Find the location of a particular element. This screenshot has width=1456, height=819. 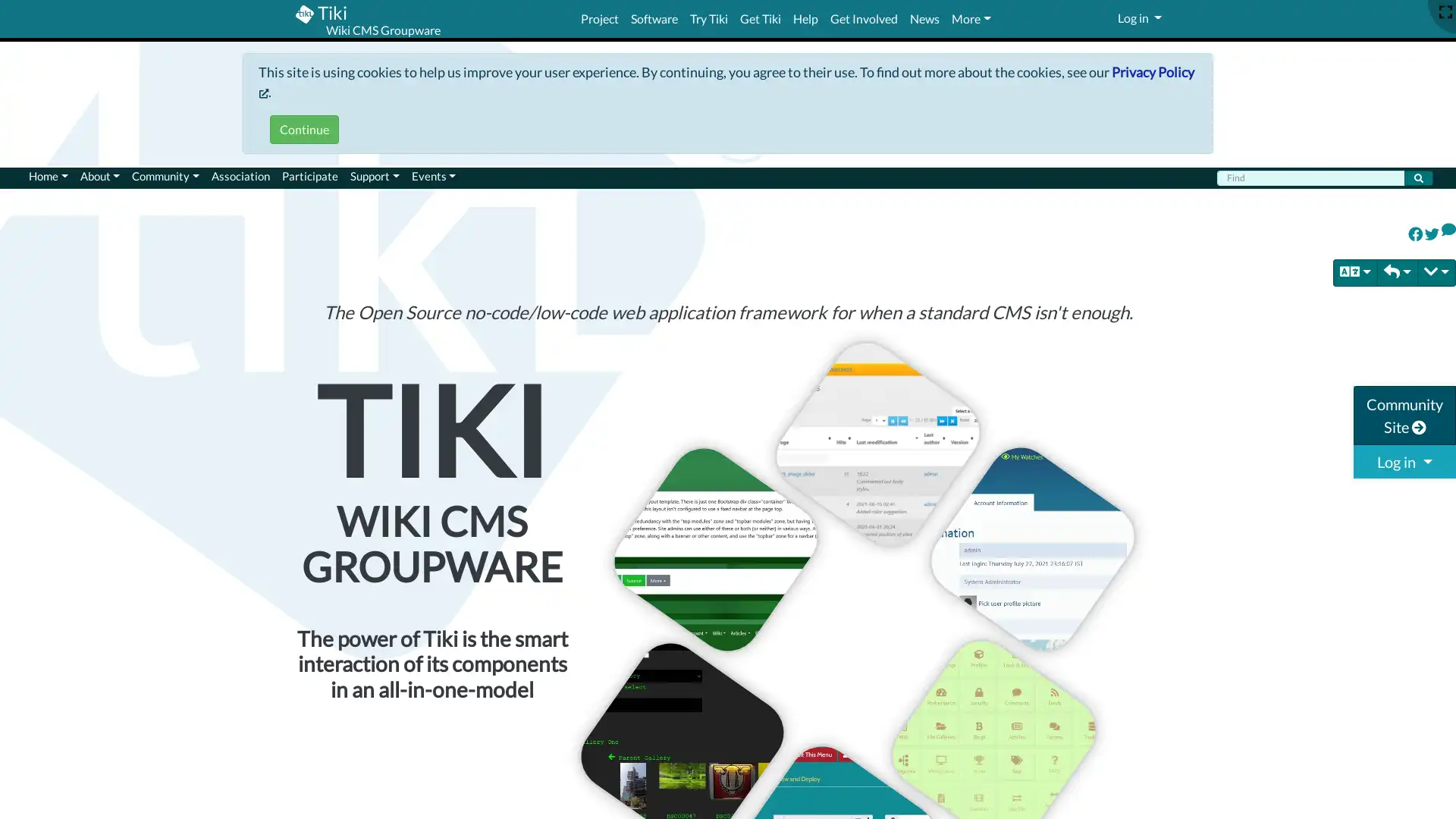

Log in is located at coordinates (1139, 17).